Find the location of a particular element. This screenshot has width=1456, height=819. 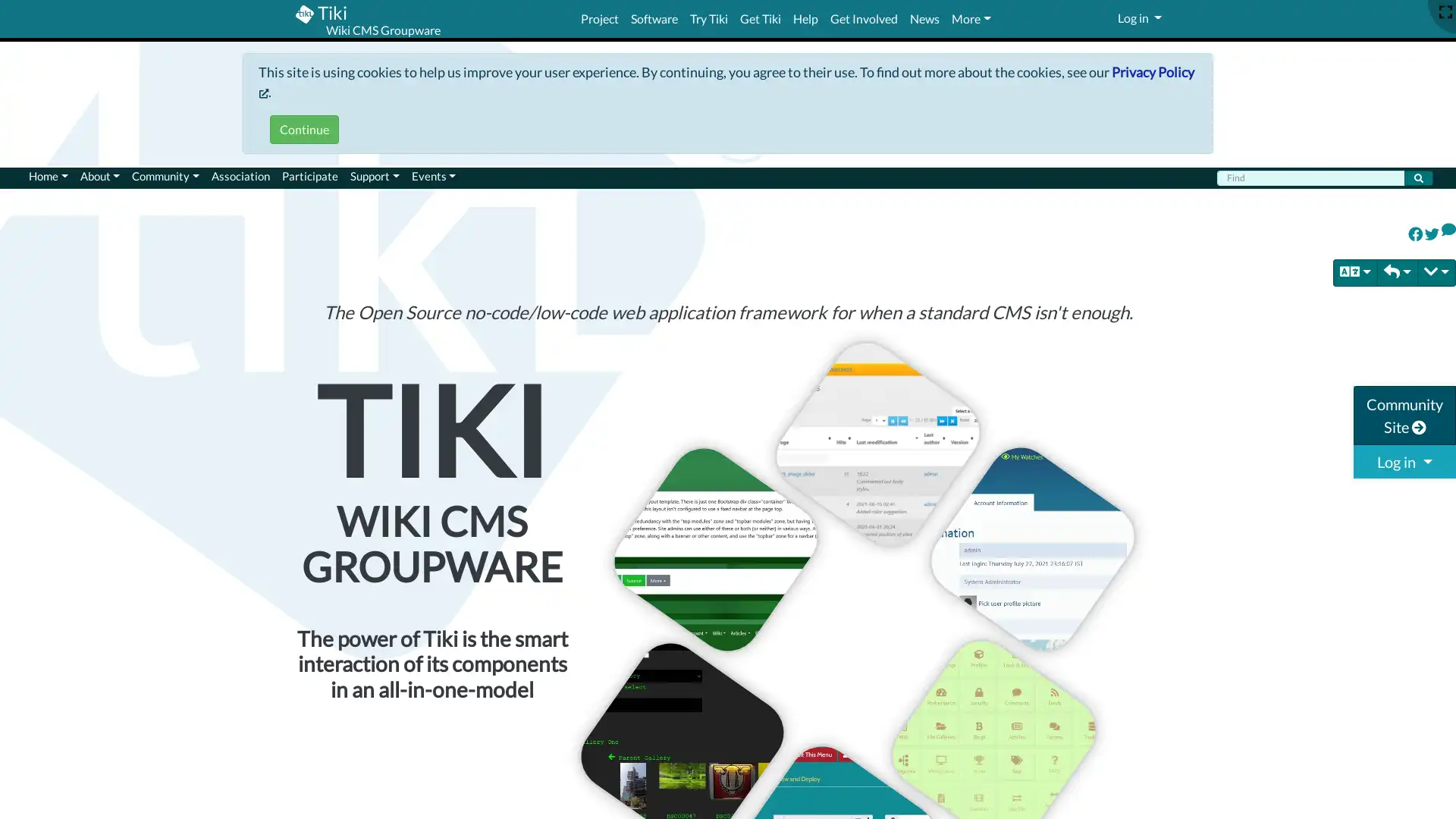

Log in is located at coordinates (1139, 17).